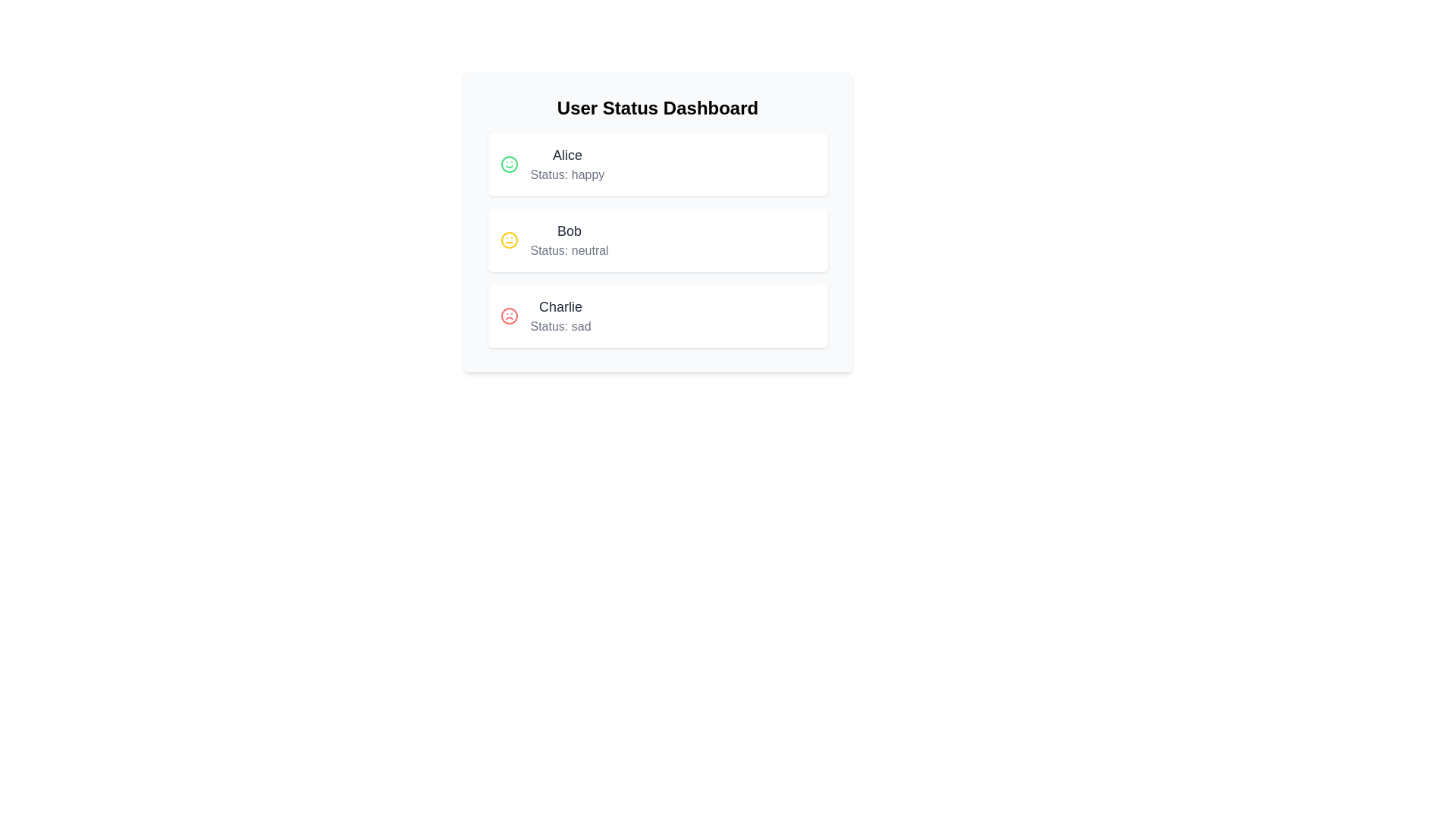  Describe the element at coordinates (657, 315) in the screenshot. I see `the third user status indicator element that displays 'Charlie' with an emotional status of 'sad'` at that location.